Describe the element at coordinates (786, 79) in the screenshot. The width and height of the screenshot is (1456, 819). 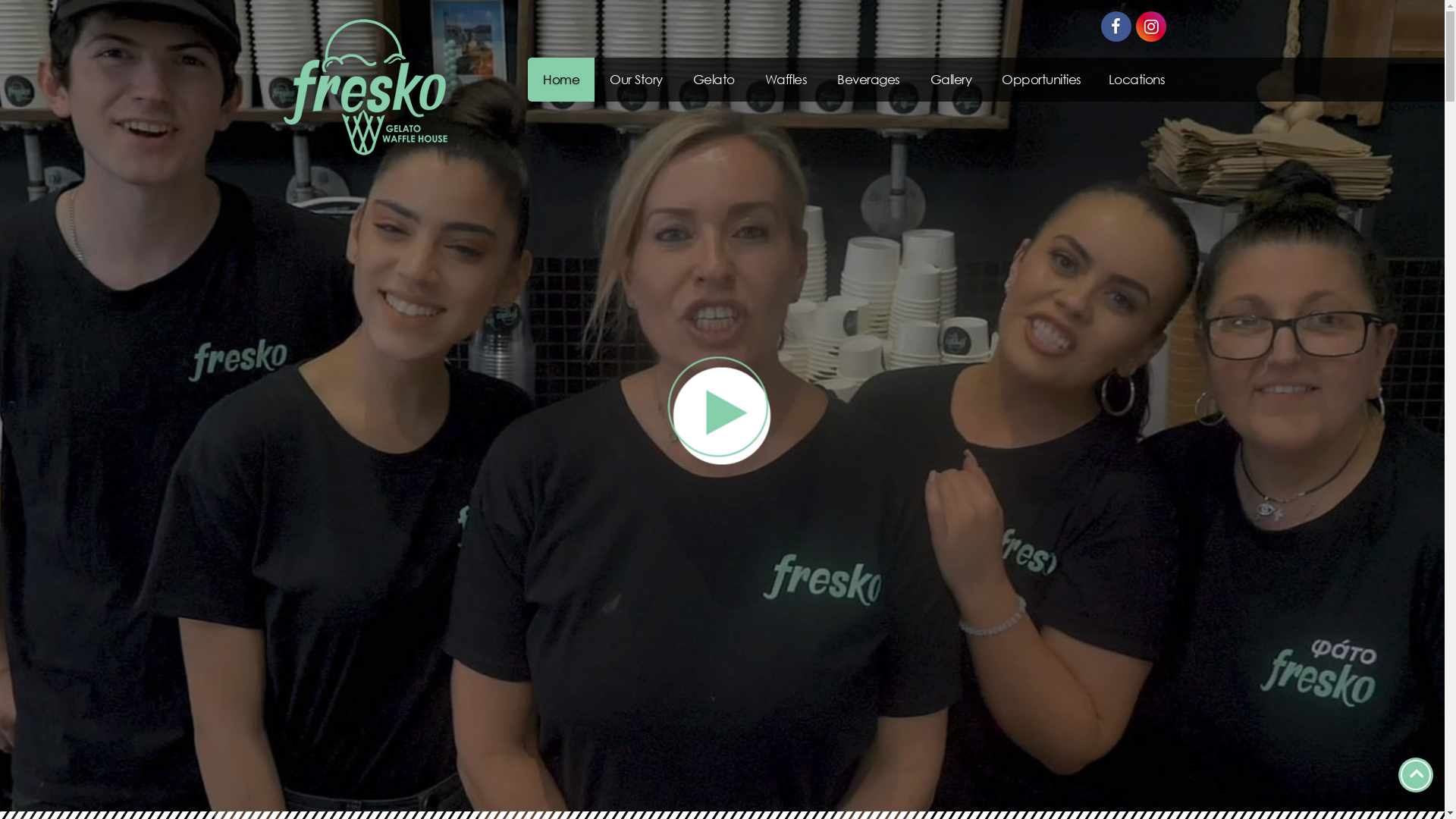
I see `'Waffles'` at that location.